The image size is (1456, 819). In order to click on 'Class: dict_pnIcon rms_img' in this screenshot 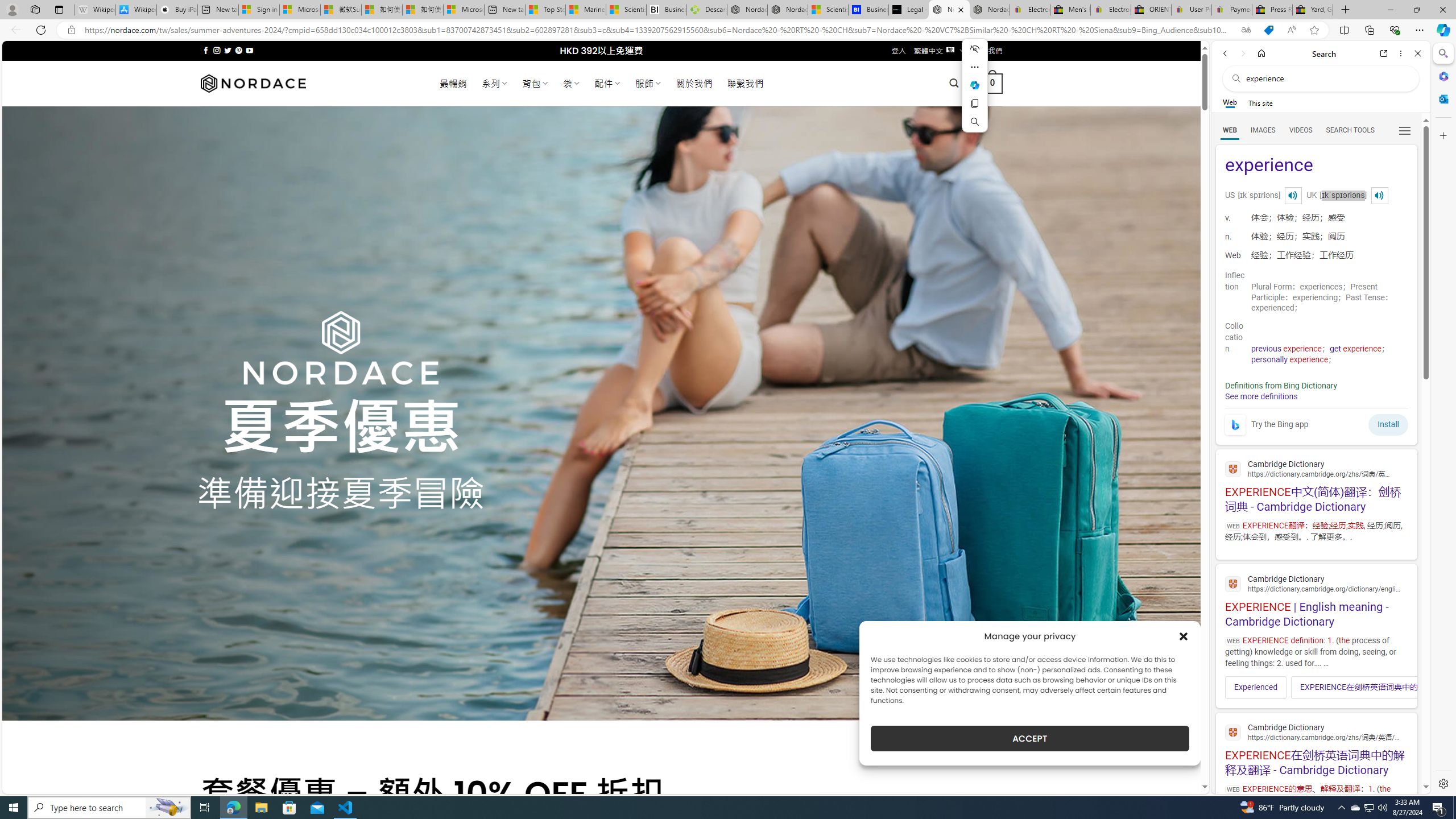, I will do `click(1379, 195)`.